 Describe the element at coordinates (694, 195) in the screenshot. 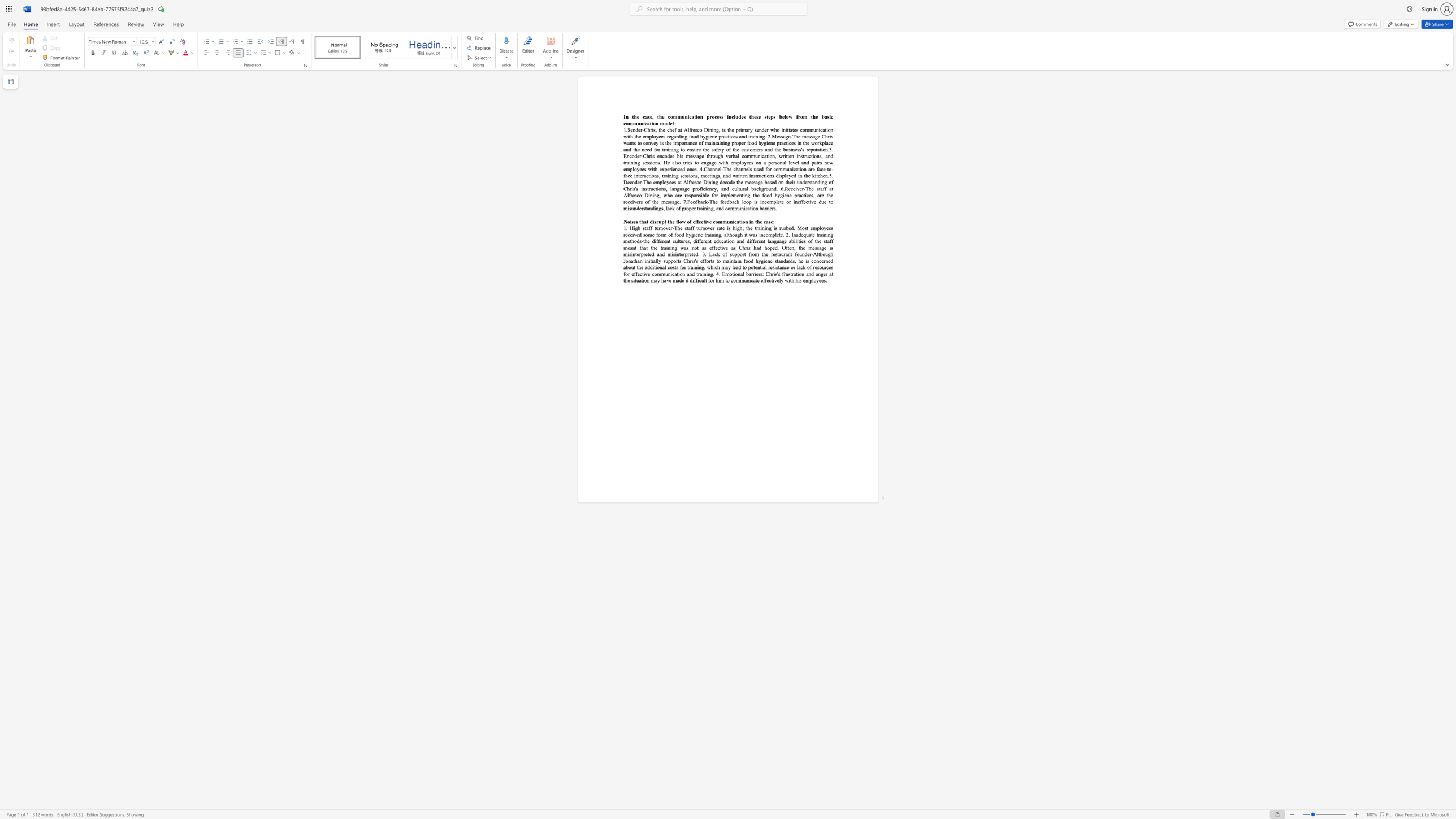

I see `the 1th character "o" in the text` at that location.